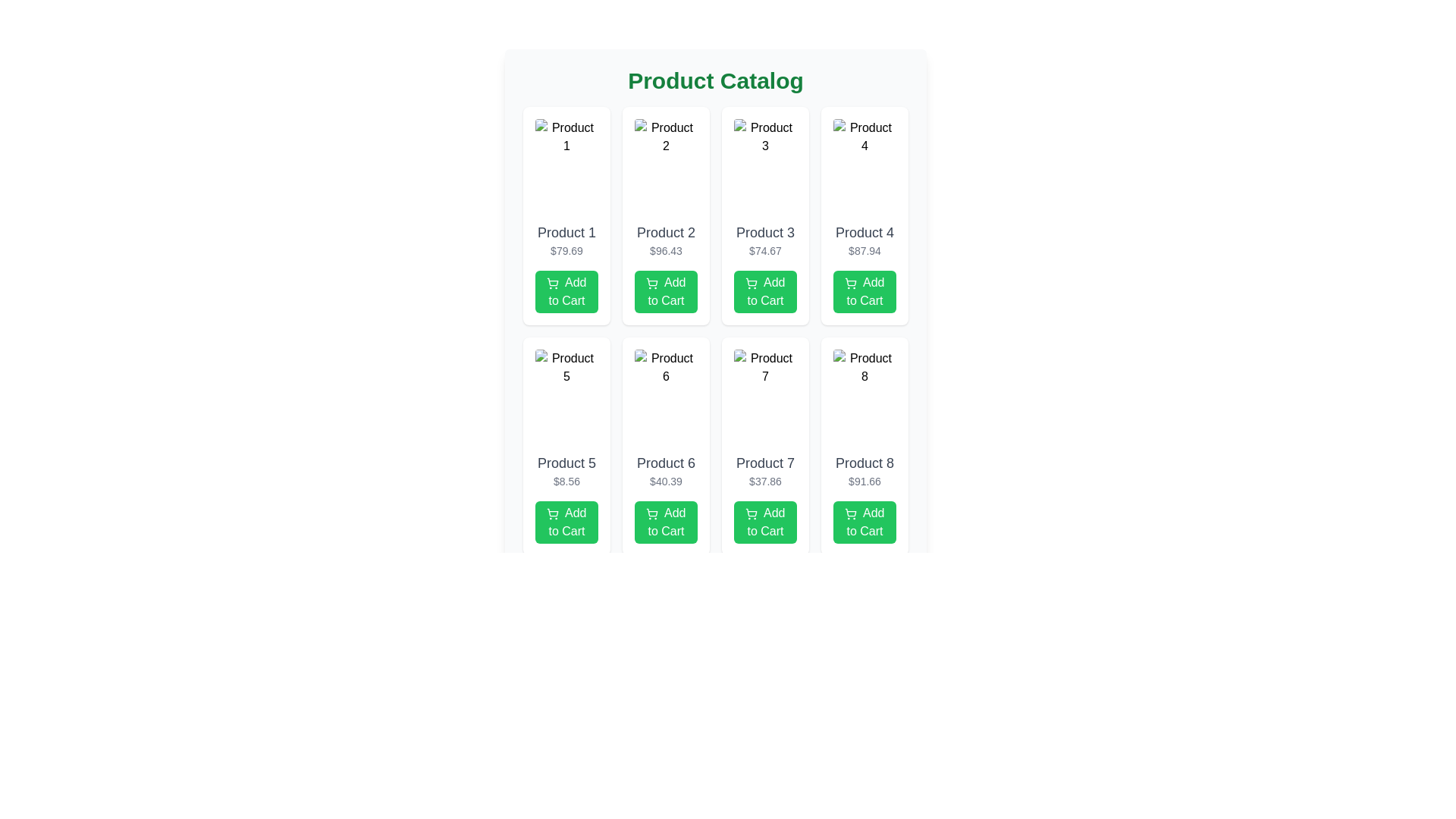 This screenshot has height=819, width=1456. What do you see at coordinates (666, 250) in the screenshot?
I see `the text label displaying the price information for 'Product 2', which is located below its title and above the 'Add to Cart' button in the second column of the product grid layout` at bounding box center [666, 250].